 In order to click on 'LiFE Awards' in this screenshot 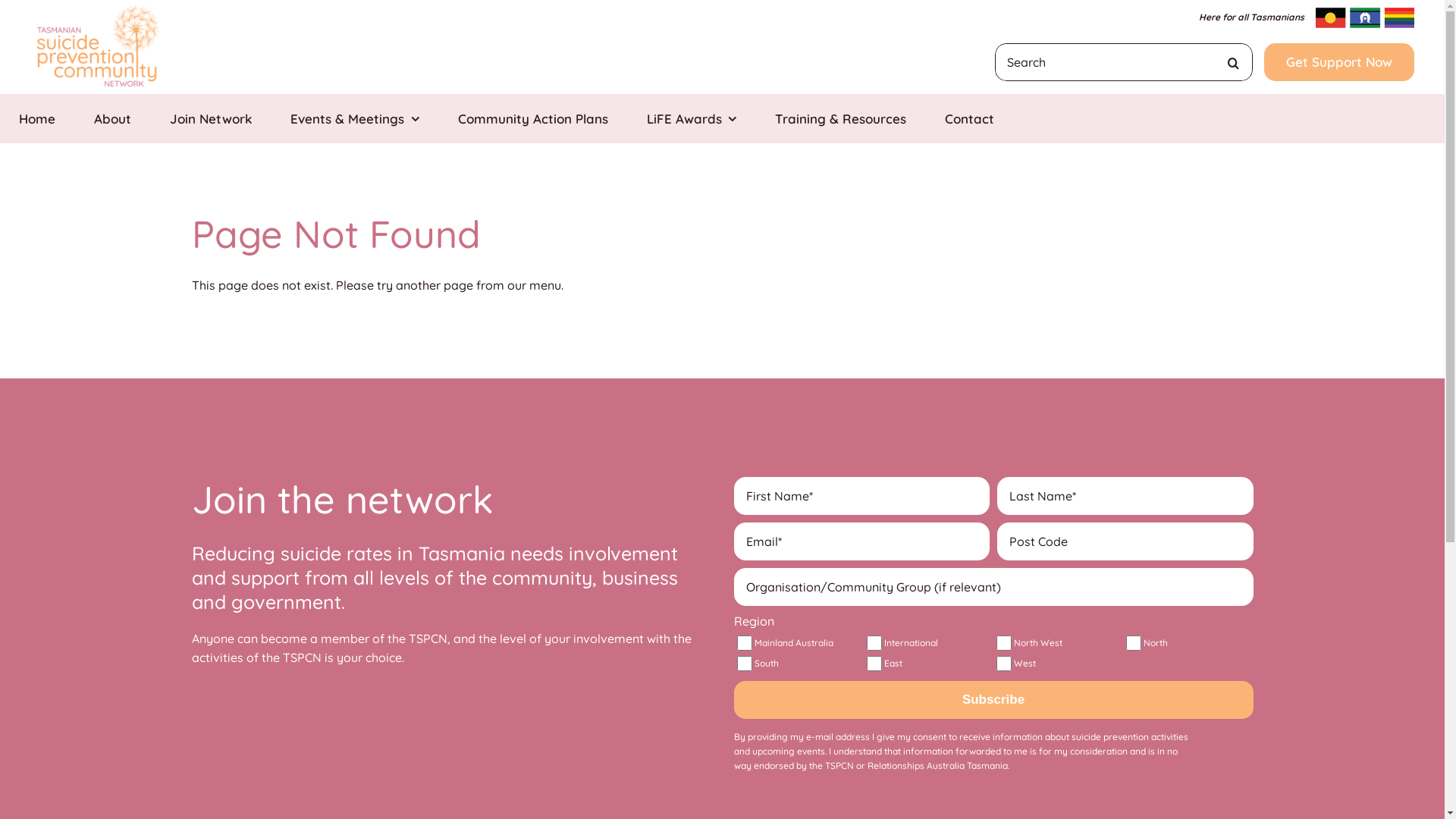, I will do `click(691, 118)`.